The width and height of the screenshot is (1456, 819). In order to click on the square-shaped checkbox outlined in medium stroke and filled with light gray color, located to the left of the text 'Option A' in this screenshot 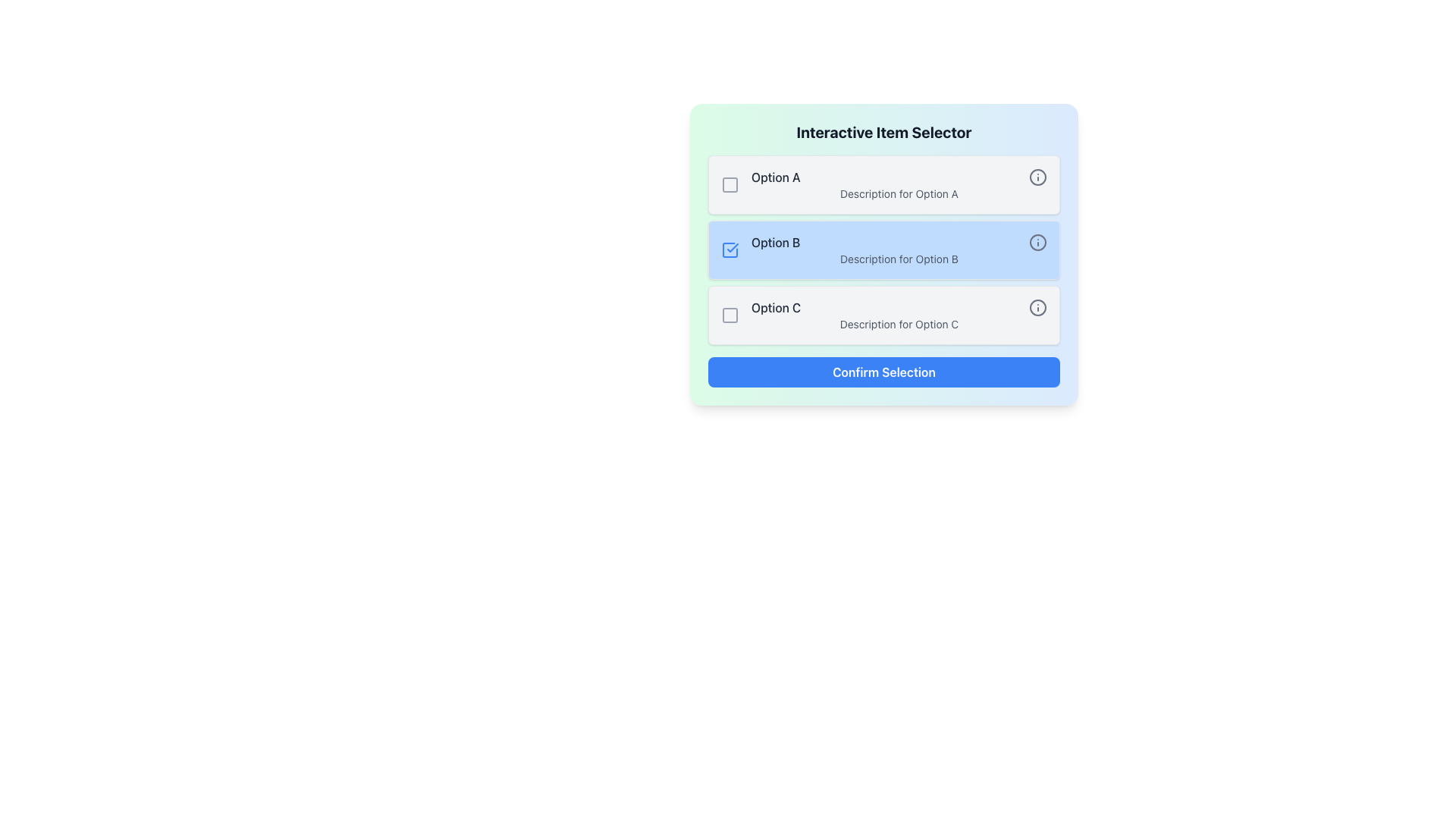, I will do `click(730, 184)`.